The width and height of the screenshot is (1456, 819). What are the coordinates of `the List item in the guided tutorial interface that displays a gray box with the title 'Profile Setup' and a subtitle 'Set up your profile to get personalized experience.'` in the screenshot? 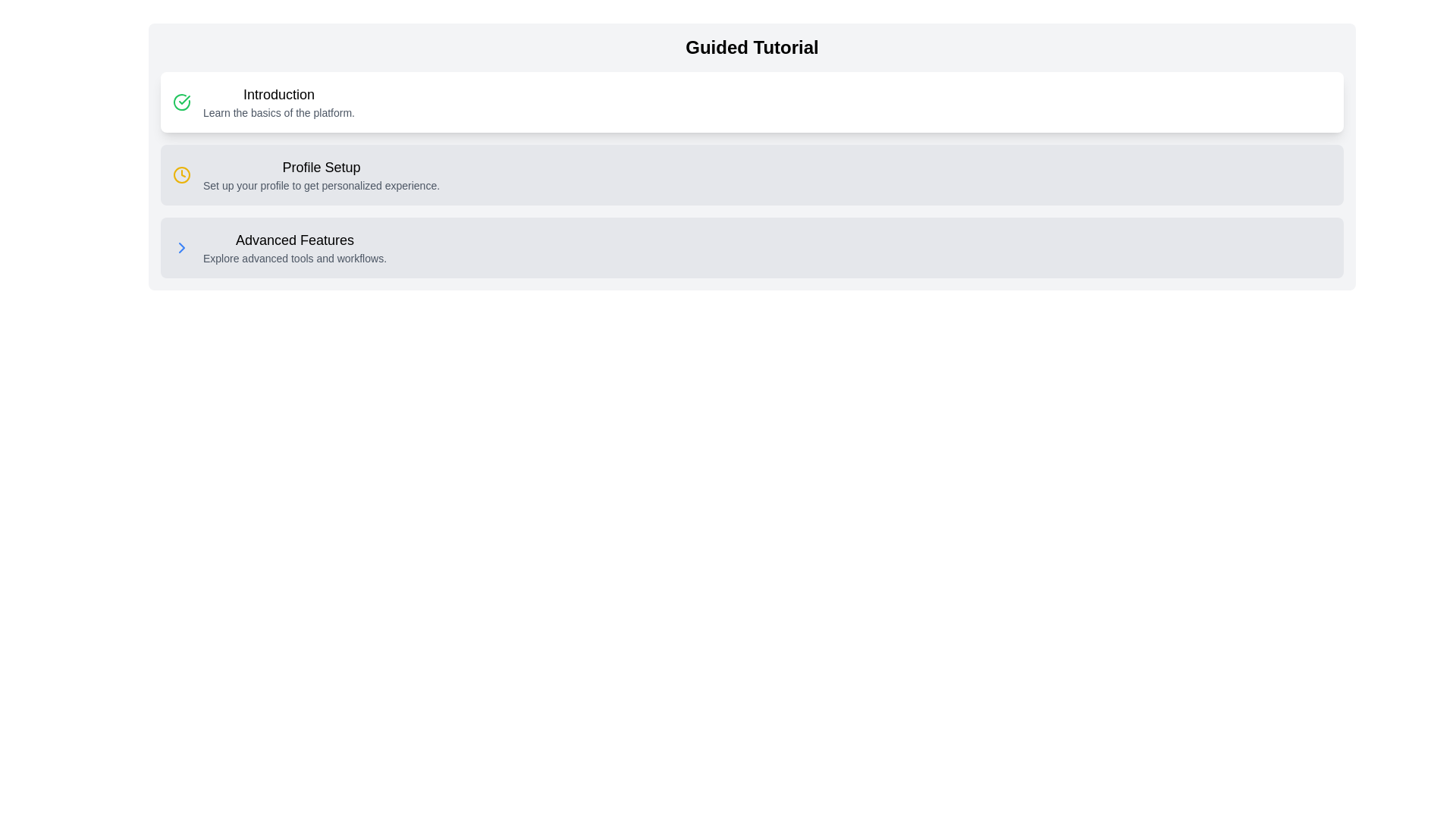 It's located at (752, 174).